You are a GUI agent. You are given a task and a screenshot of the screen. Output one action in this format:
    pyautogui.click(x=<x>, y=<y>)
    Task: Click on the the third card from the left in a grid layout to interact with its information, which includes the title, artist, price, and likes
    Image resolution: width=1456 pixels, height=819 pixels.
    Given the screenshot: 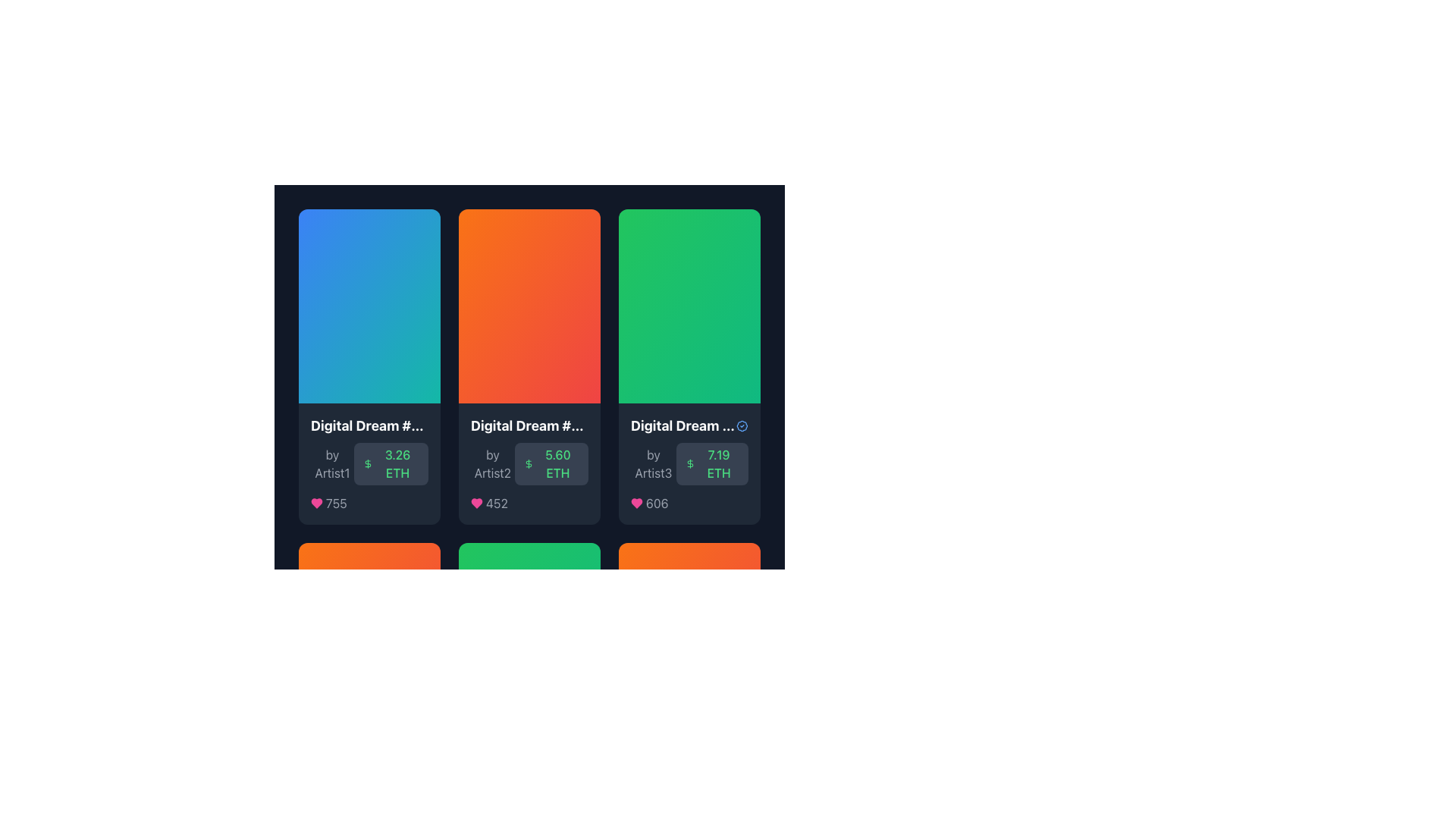 What is the action you would take?
    pyautogui.click(x=689, y=366)
    